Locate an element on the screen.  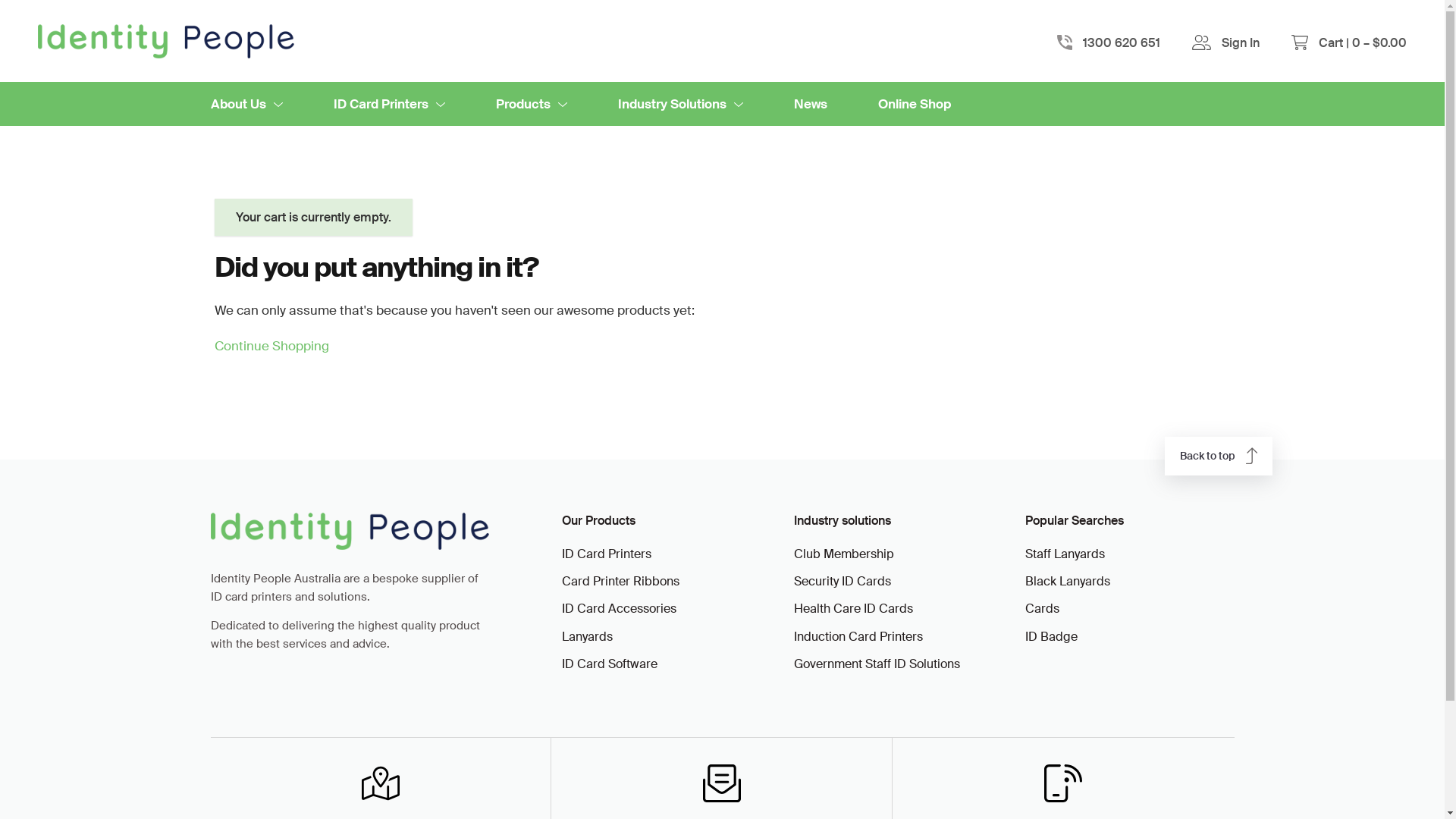
'Cards' is located at coordinates (1025, 607).